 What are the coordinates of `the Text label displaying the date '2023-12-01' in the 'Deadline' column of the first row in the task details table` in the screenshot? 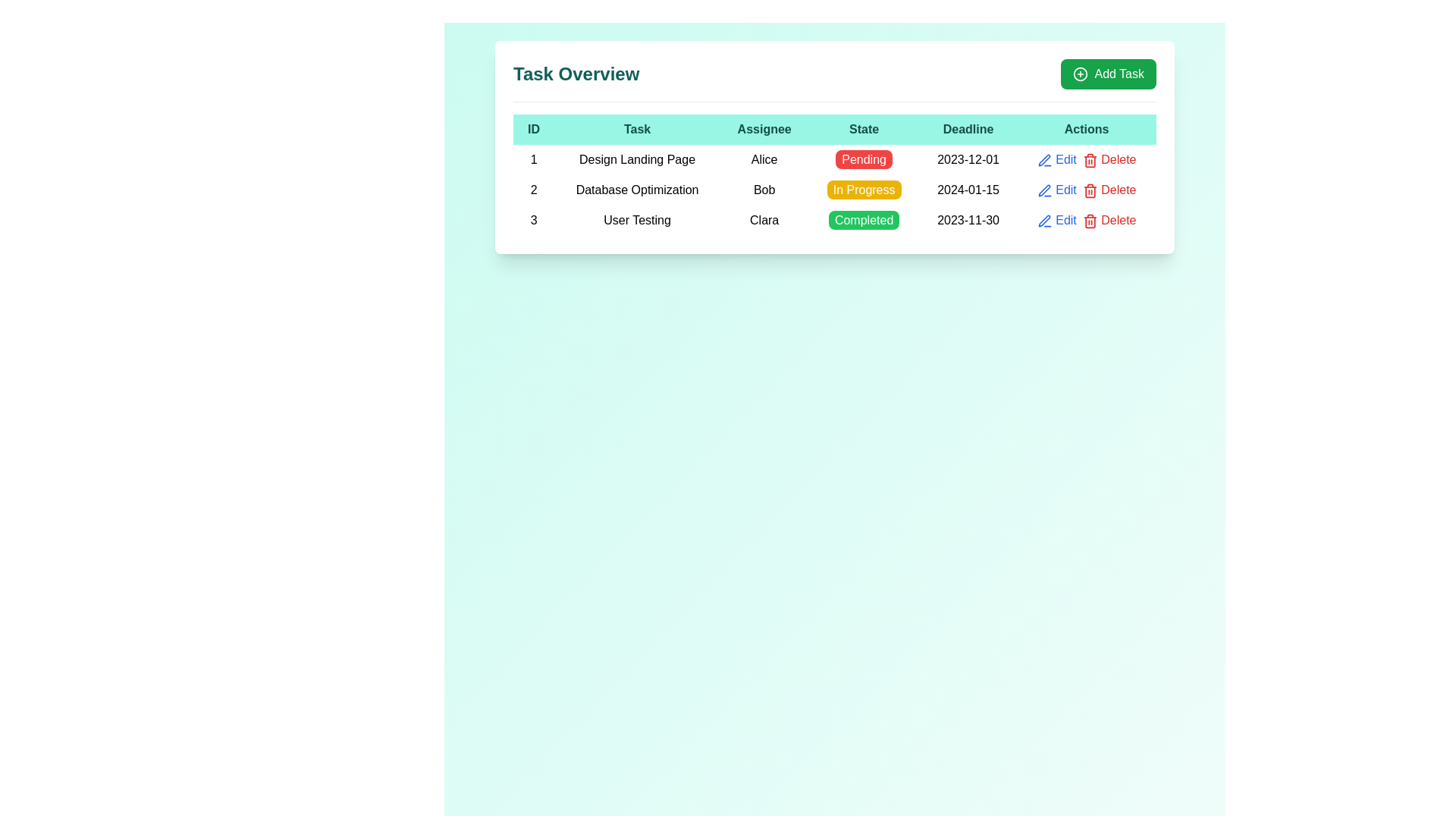 It's located at (967, 160).